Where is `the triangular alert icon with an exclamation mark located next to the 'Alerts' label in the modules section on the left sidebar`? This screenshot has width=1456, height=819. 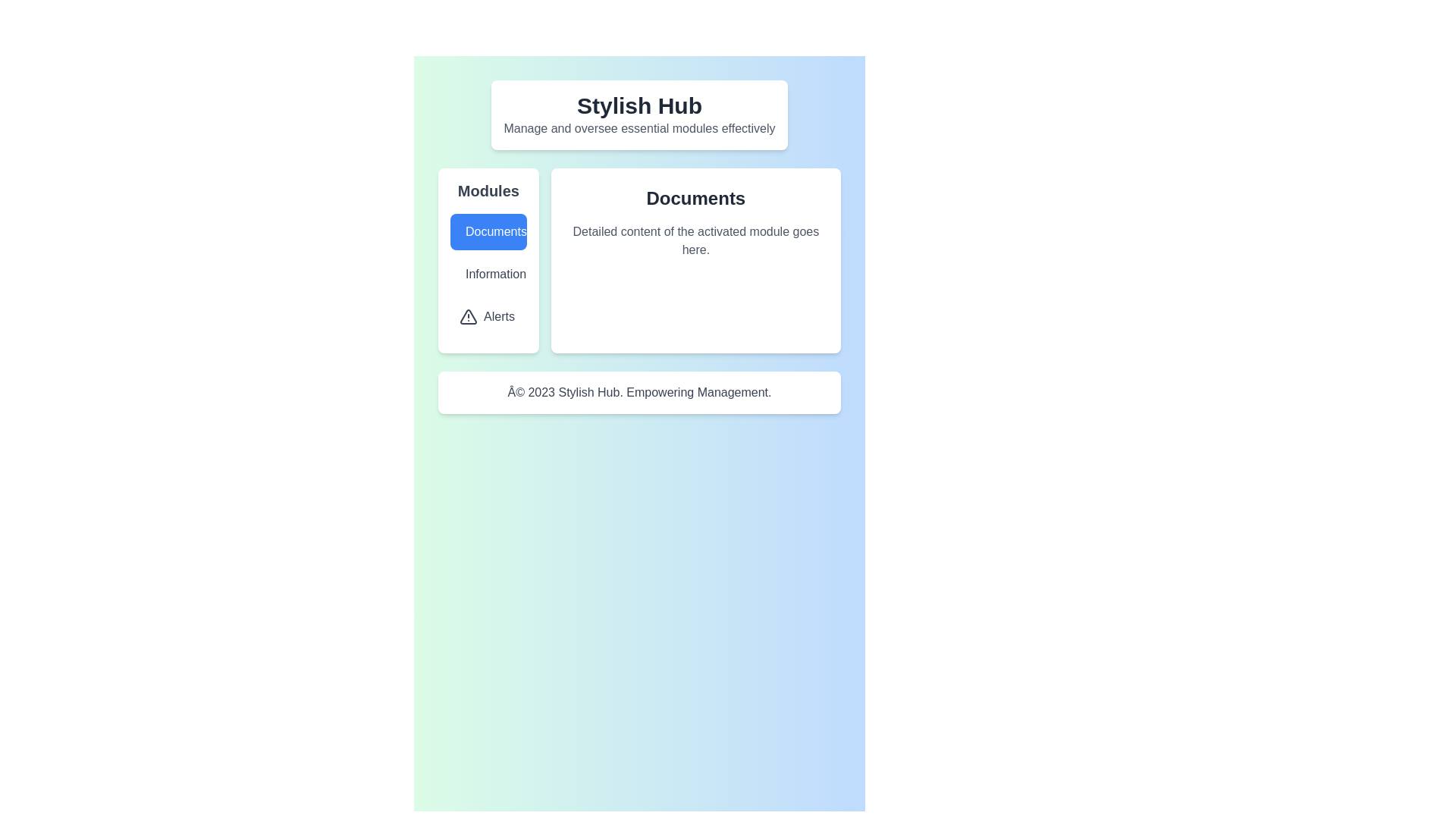 the triangular alert icon with an exclamation mark located next to the 'Alerts' label in the modules section on the left sidebar is located at coordinates (468, 315).